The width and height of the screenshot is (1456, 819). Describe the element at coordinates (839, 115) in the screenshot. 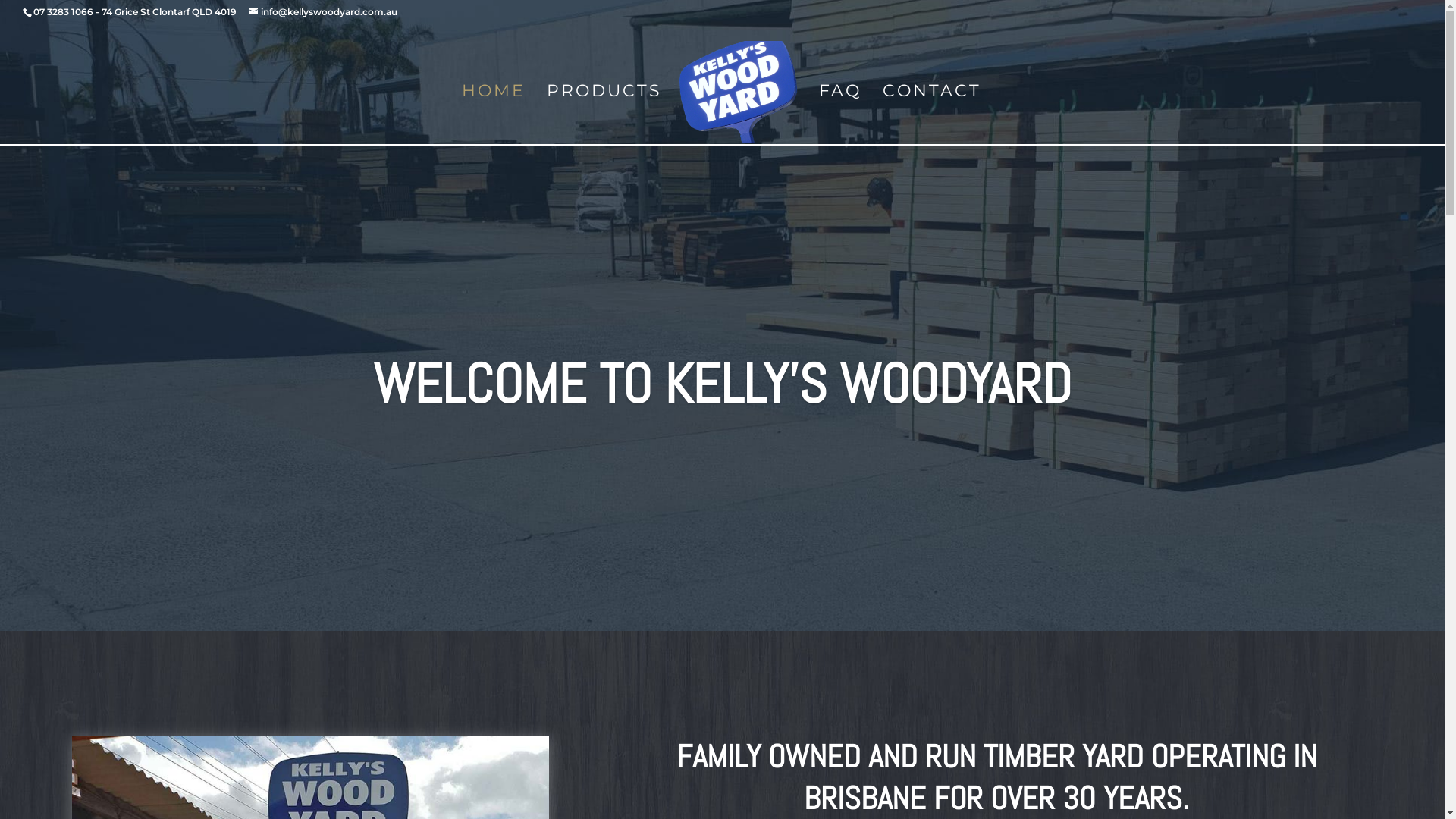

I see `'FAQ'` at that location.